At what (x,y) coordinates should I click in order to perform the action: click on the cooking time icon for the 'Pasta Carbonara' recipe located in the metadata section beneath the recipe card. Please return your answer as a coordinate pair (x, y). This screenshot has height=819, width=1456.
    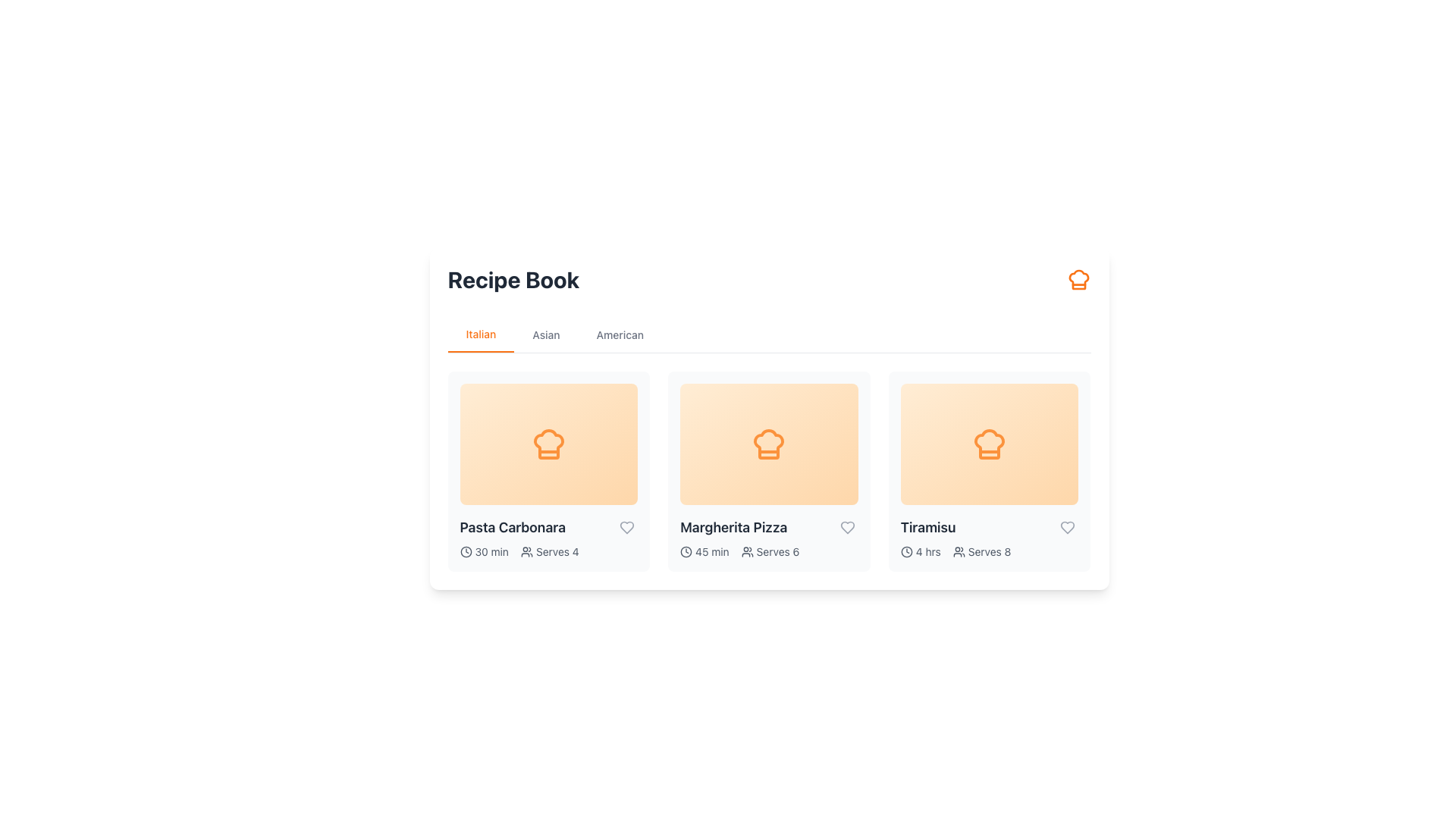
    Looking at the image, I should click on (465, 552).